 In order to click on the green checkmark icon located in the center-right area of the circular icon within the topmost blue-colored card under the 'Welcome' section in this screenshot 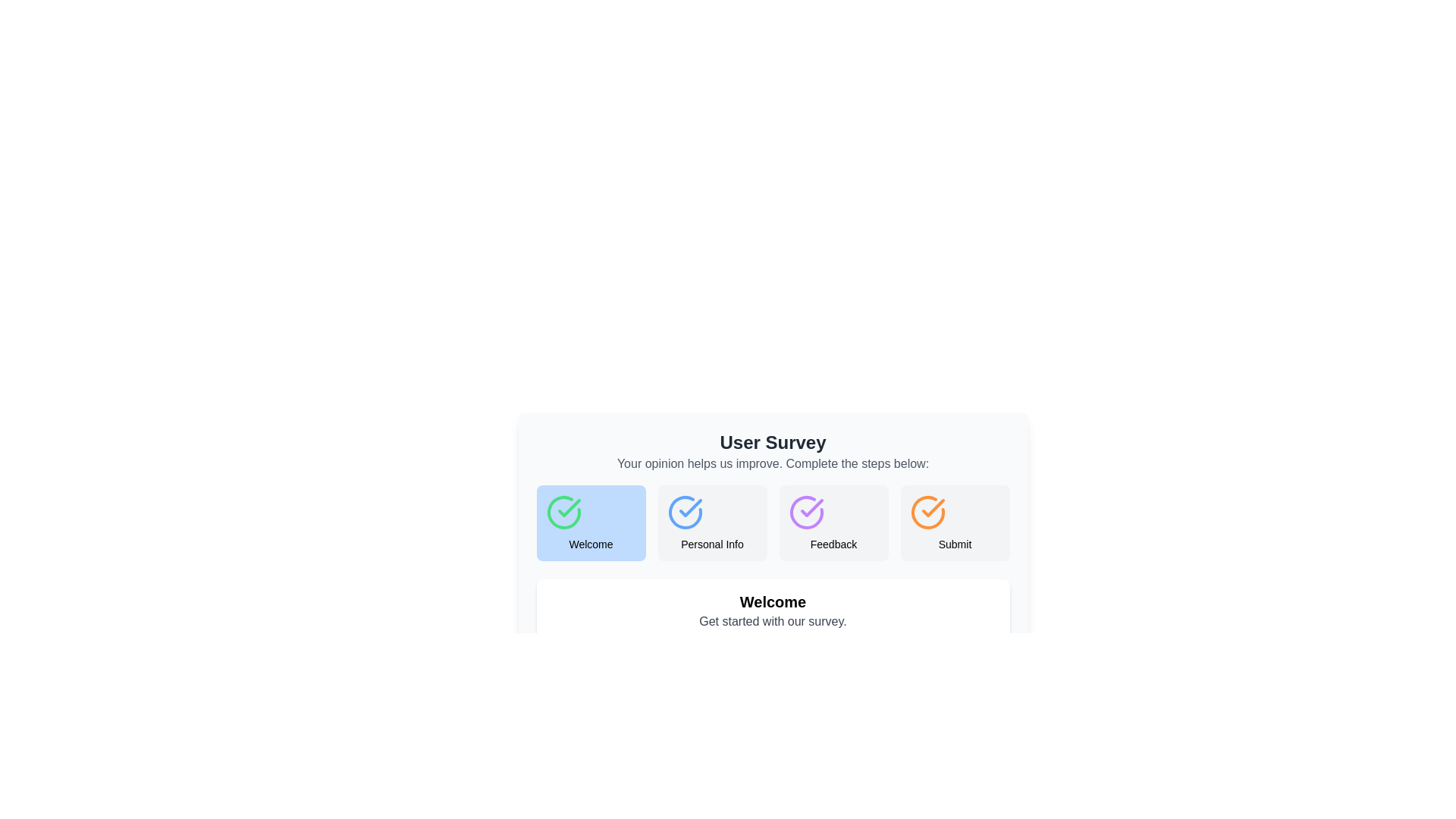, I will do `click(568, 508)`.